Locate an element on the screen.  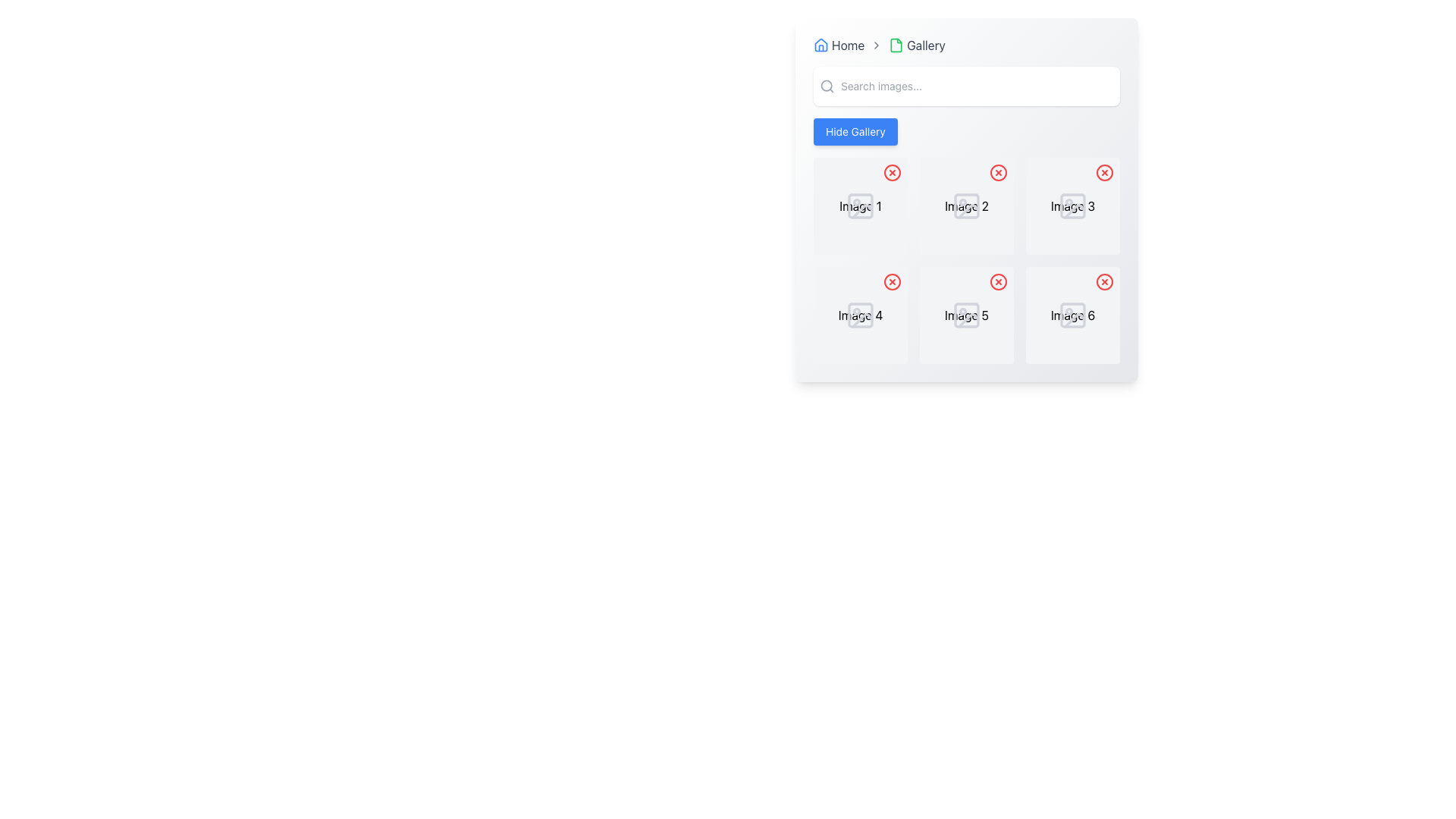
the text label displaying 'Image 4', which is styled in a standard font and located below a placeholder image in the grid layout is located at coordinates (860, 315).